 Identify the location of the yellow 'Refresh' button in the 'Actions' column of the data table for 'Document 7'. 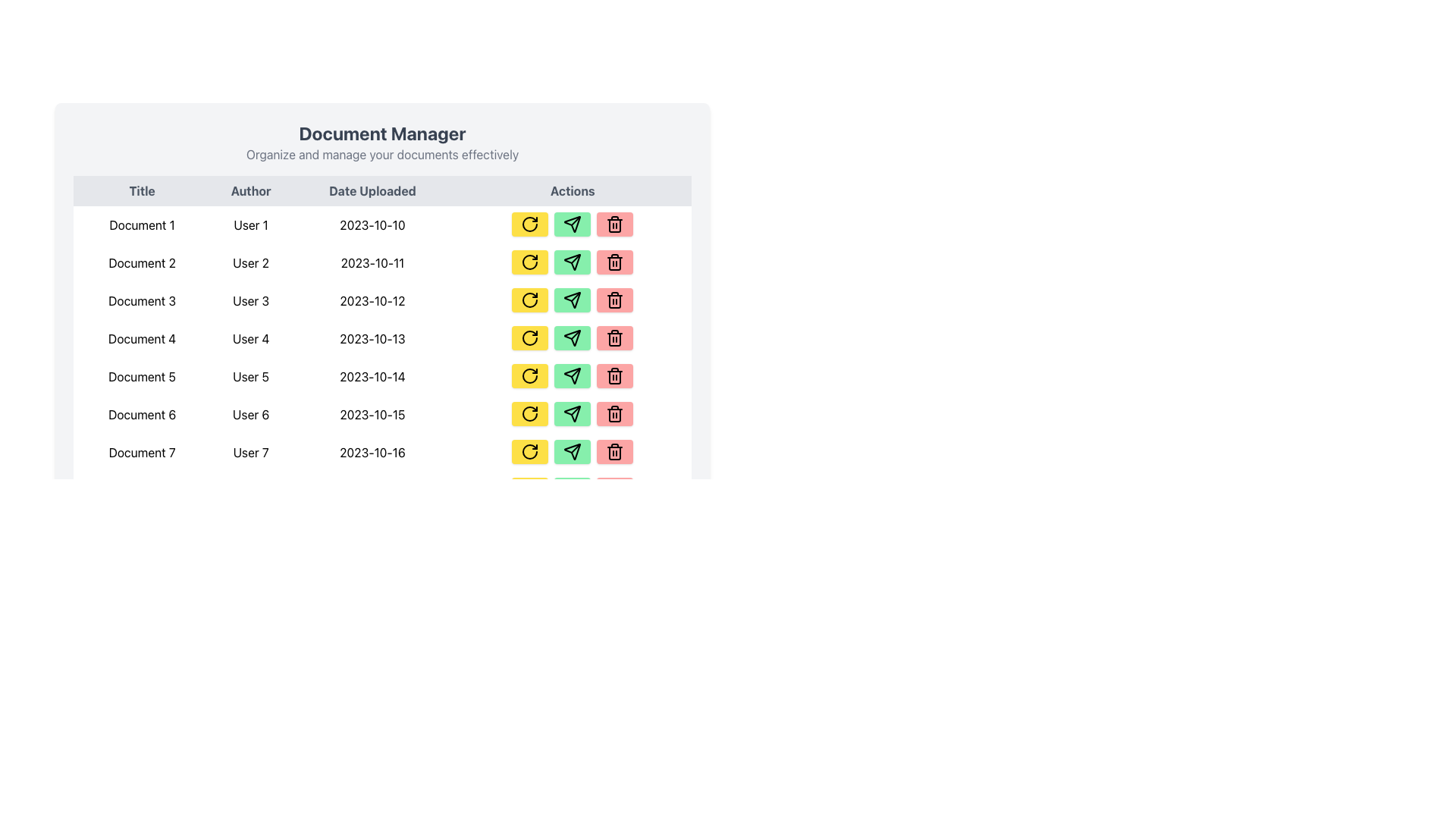
(530, 565).